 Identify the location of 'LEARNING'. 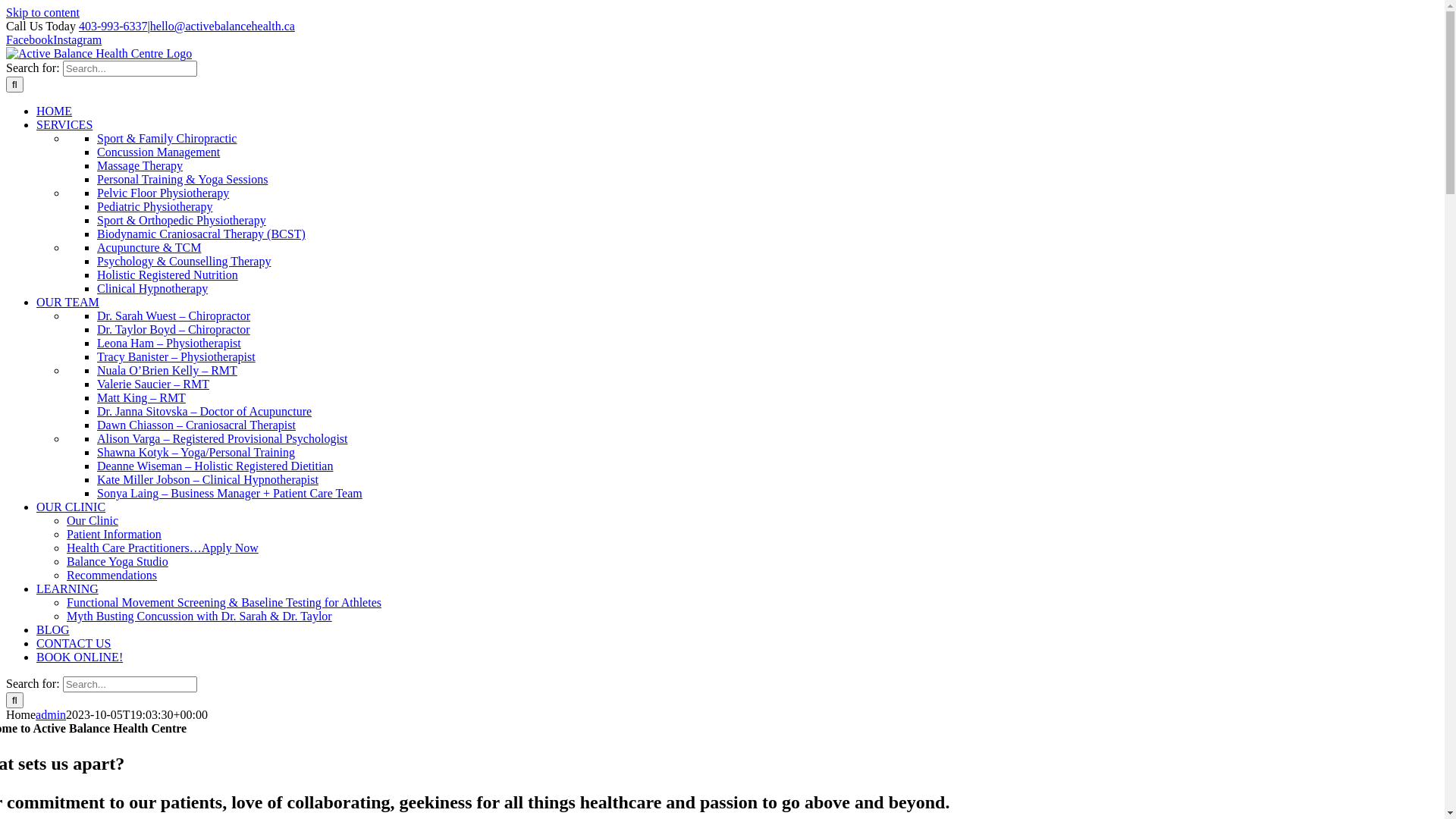
(67, 588).